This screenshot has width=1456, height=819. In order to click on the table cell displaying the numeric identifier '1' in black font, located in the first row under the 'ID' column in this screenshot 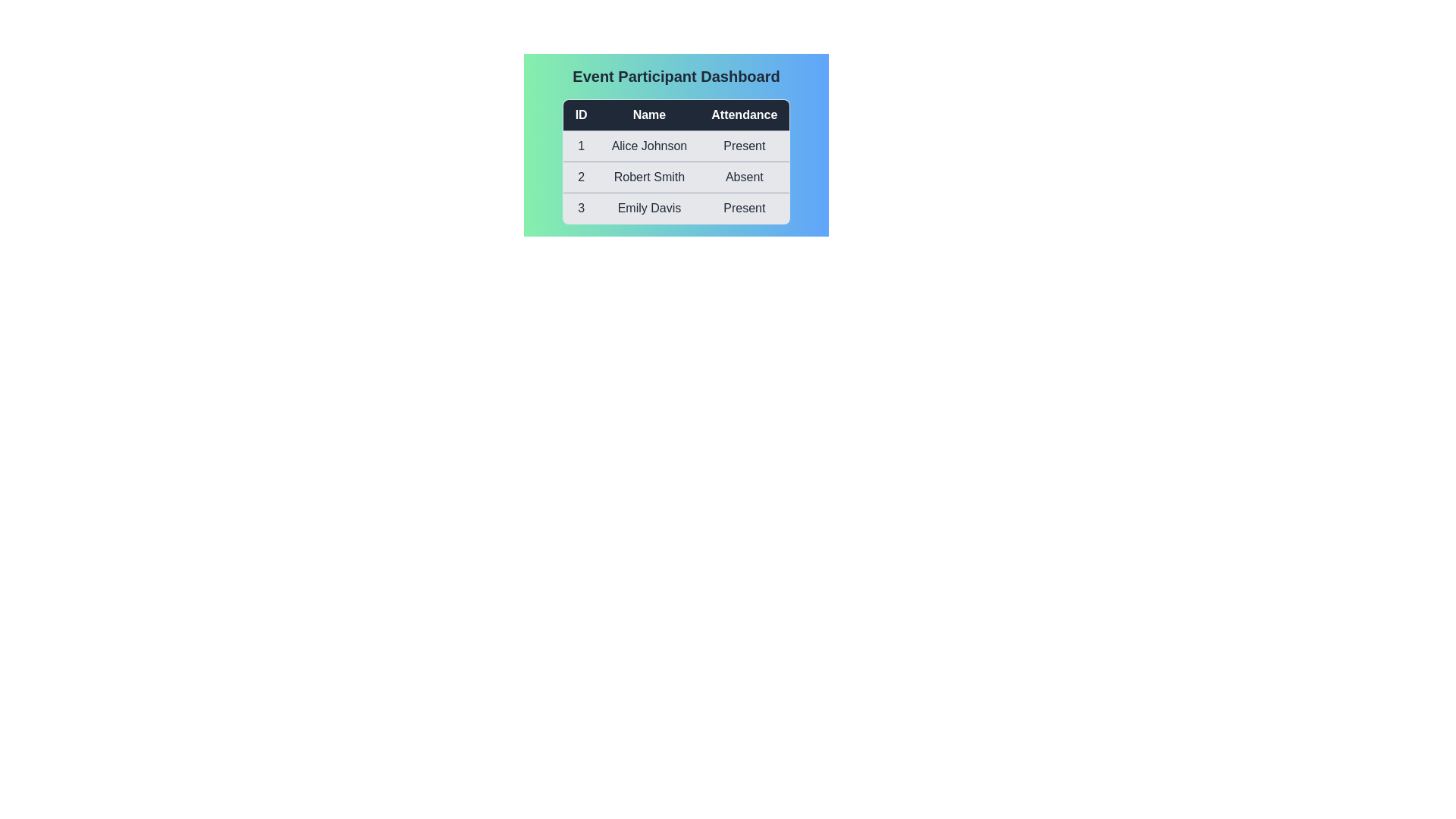, I will do `click(580, 146)`.